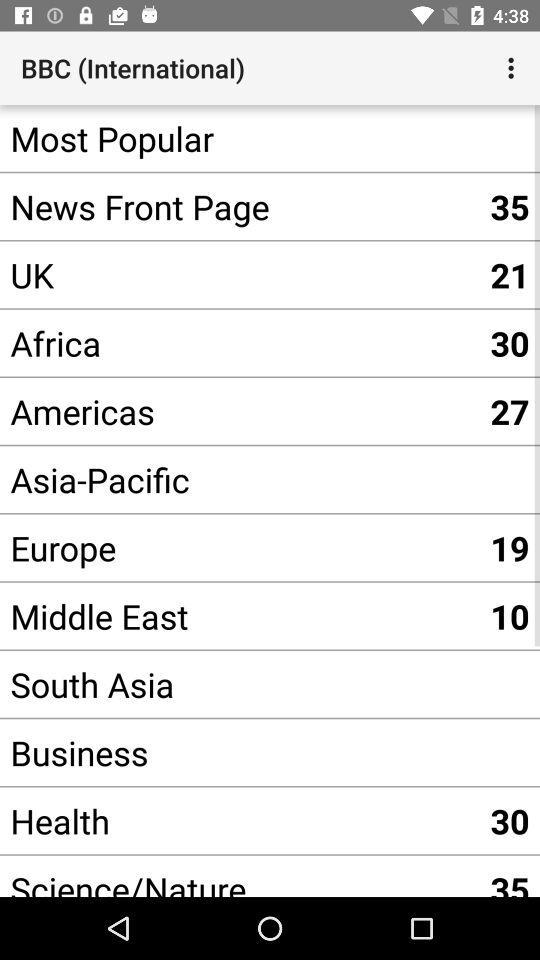 The height and width of the screenshot is (960, 540). What do you see at coordinates (239, 479) in the screenshot?
I see `the app next to the 27 app` at bounding box center [239, 479].